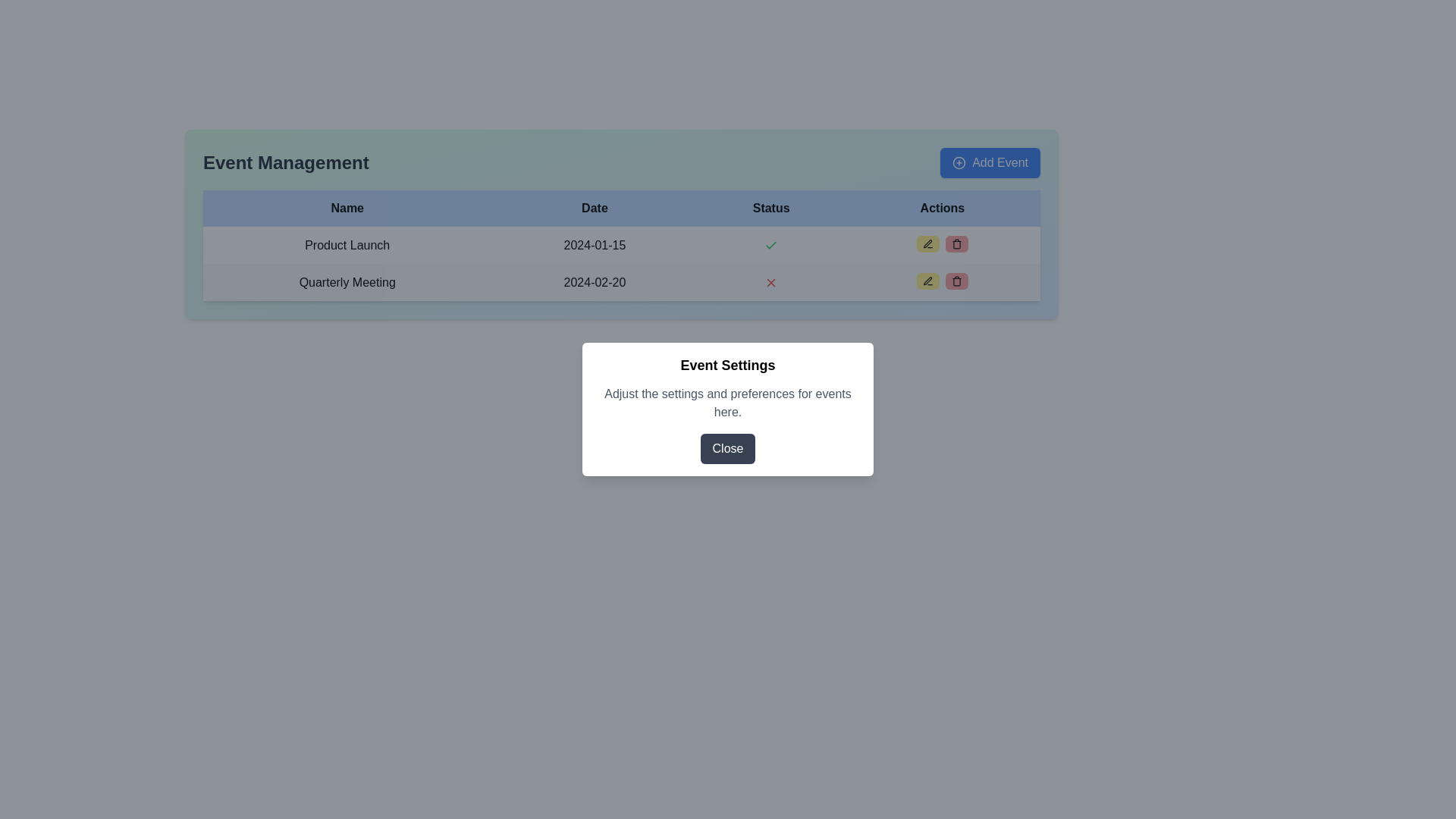  Describe the element at coordinates (771, 208) in the screenshot. I see `the 'Status' text label which is in bold black font, located in the third position among the headers 'Name', 'Date', 'Status', and 'Actions' in the Event Management table` at that location.